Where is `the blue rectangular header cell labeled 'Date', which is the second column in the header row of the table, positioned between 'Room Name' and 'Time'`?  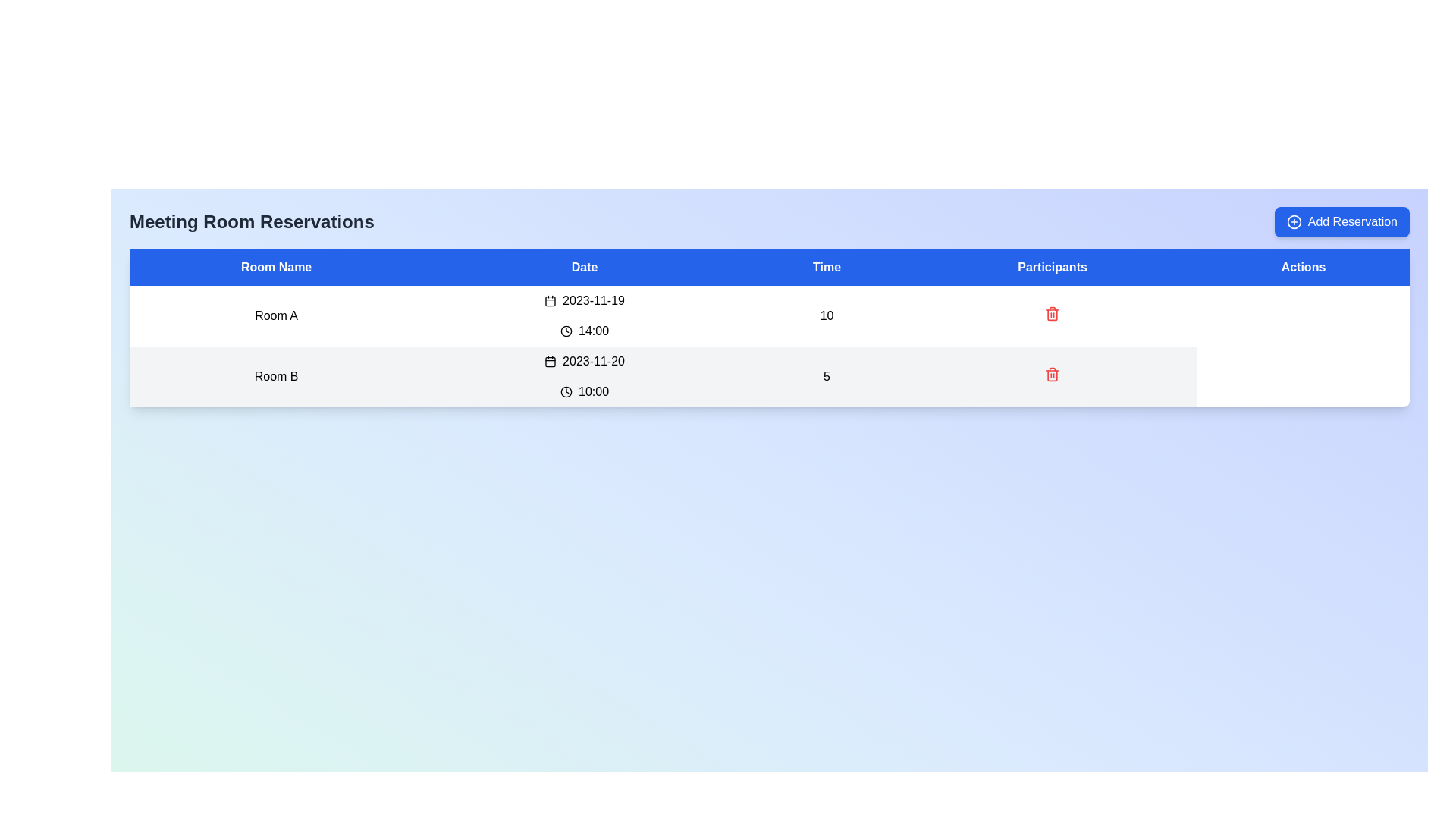 the blue rectangular header cell labeled 'Date', which is the second column in the header row of the table, positioned between 'Room Name' and 'Time' is located at coordinates (584, 267).